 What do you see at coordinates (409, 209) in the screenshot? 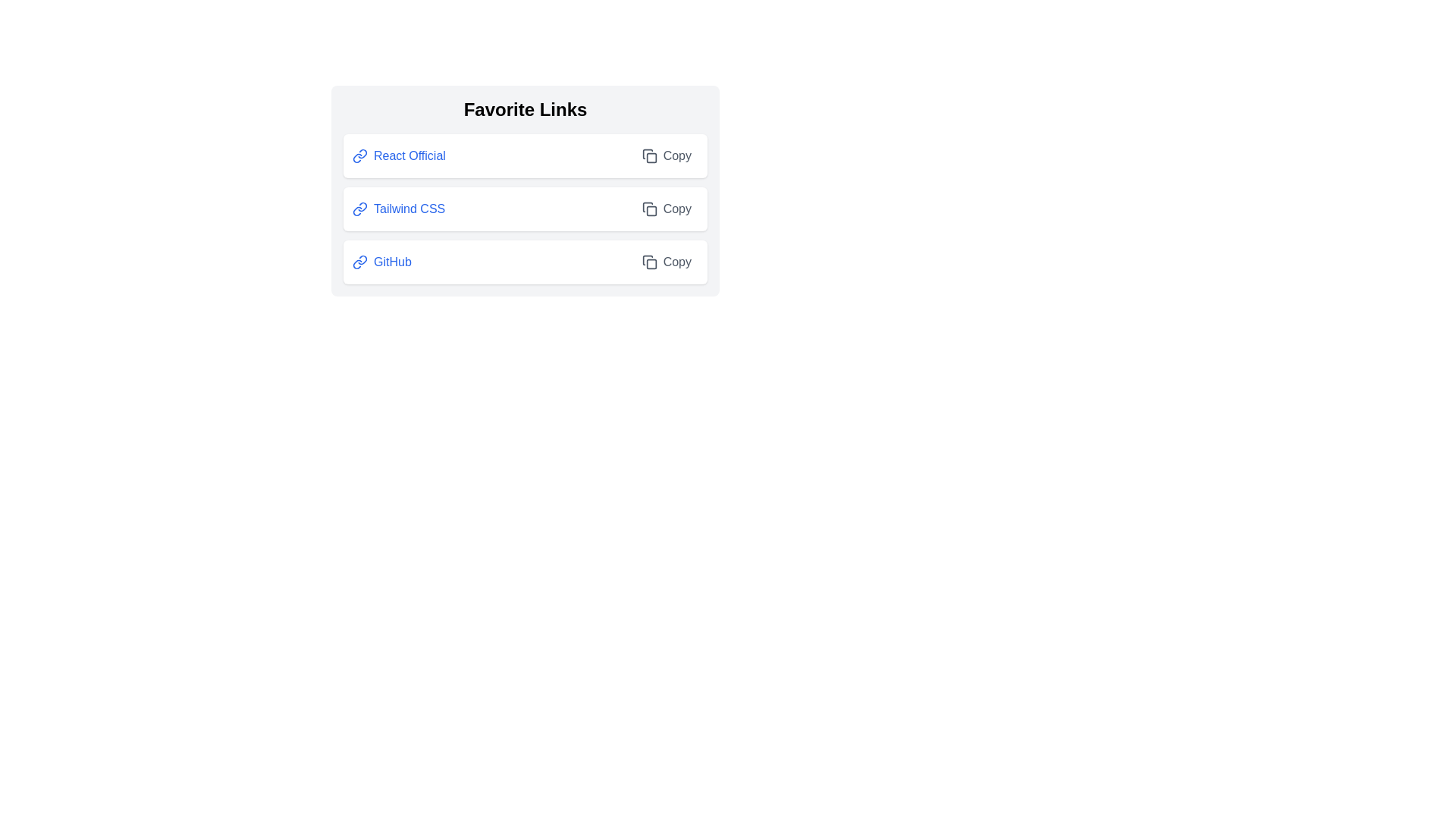
I see `the hyperlink text element that directs to the Tailwind CSS website` at bounding box center [409, 209].